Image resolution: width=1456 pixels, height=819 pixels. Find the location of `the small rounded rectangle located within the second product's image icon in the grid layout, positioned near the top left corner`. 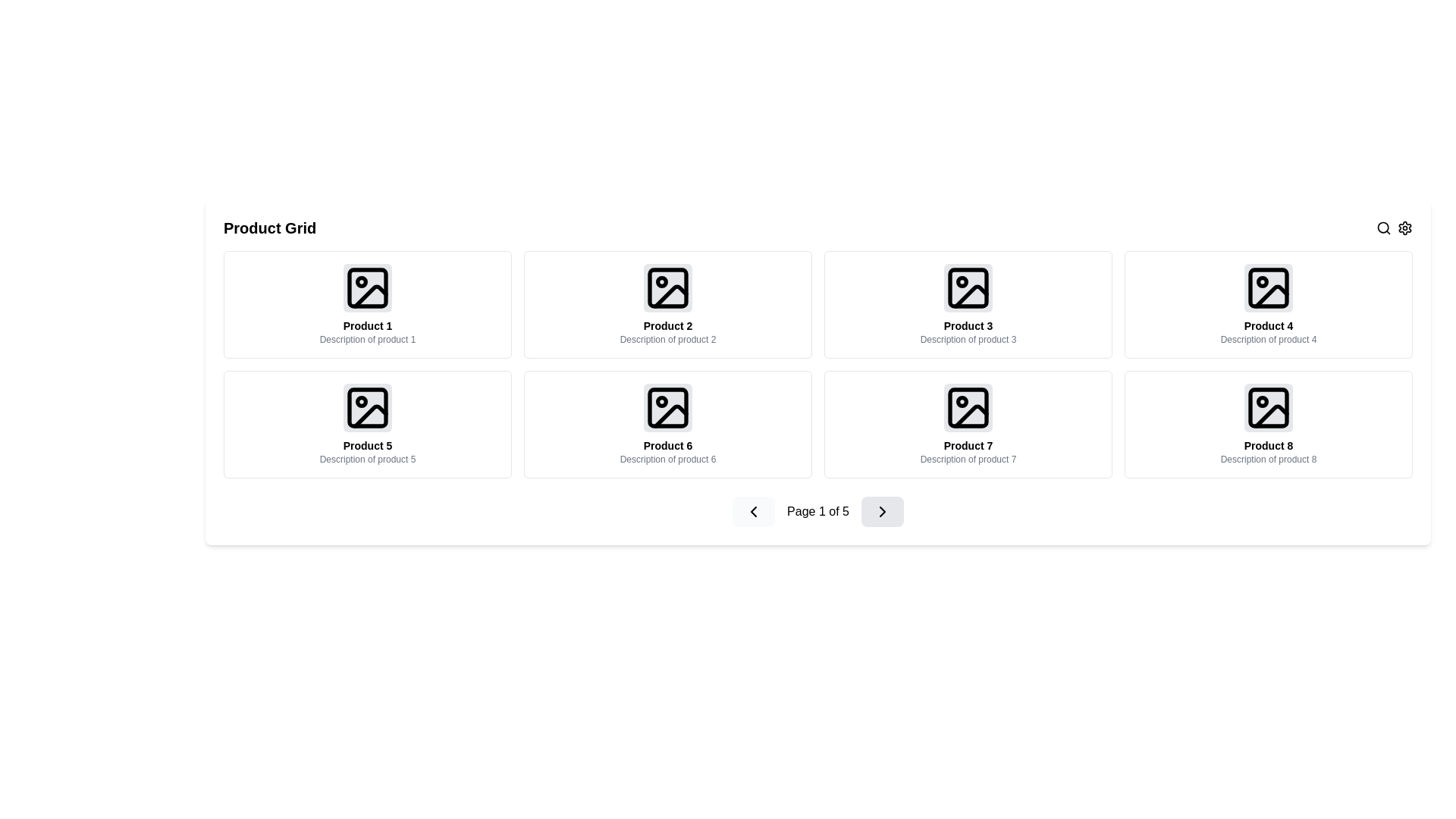

the small rounded rectangle located within the second product's image icon in the grid layout, positioned near the top left corner is located at coordinates (667, 288).